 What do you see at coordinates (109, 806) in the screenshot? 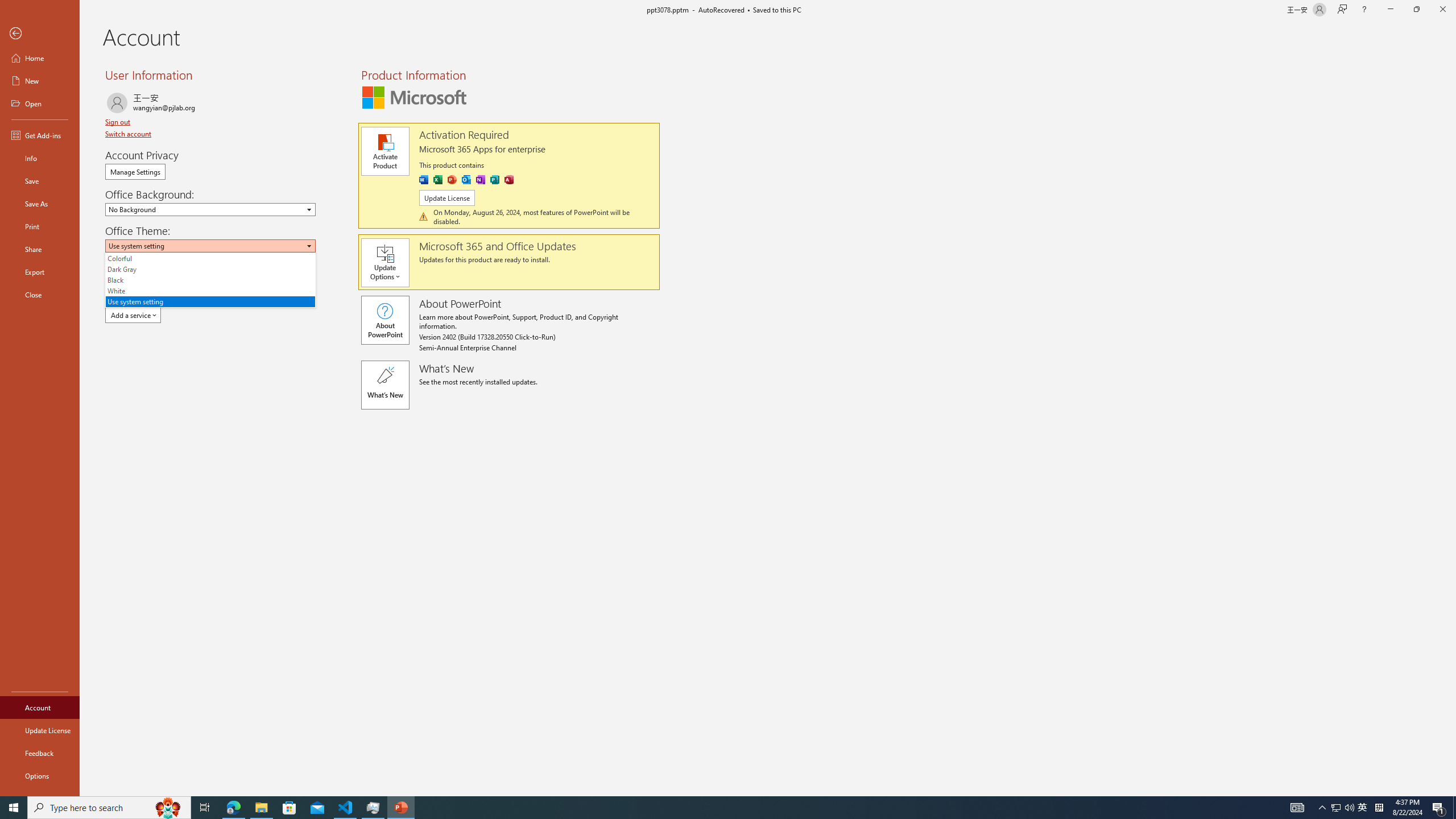
I see `'Type here to search'` at bounding box center [109, 806].